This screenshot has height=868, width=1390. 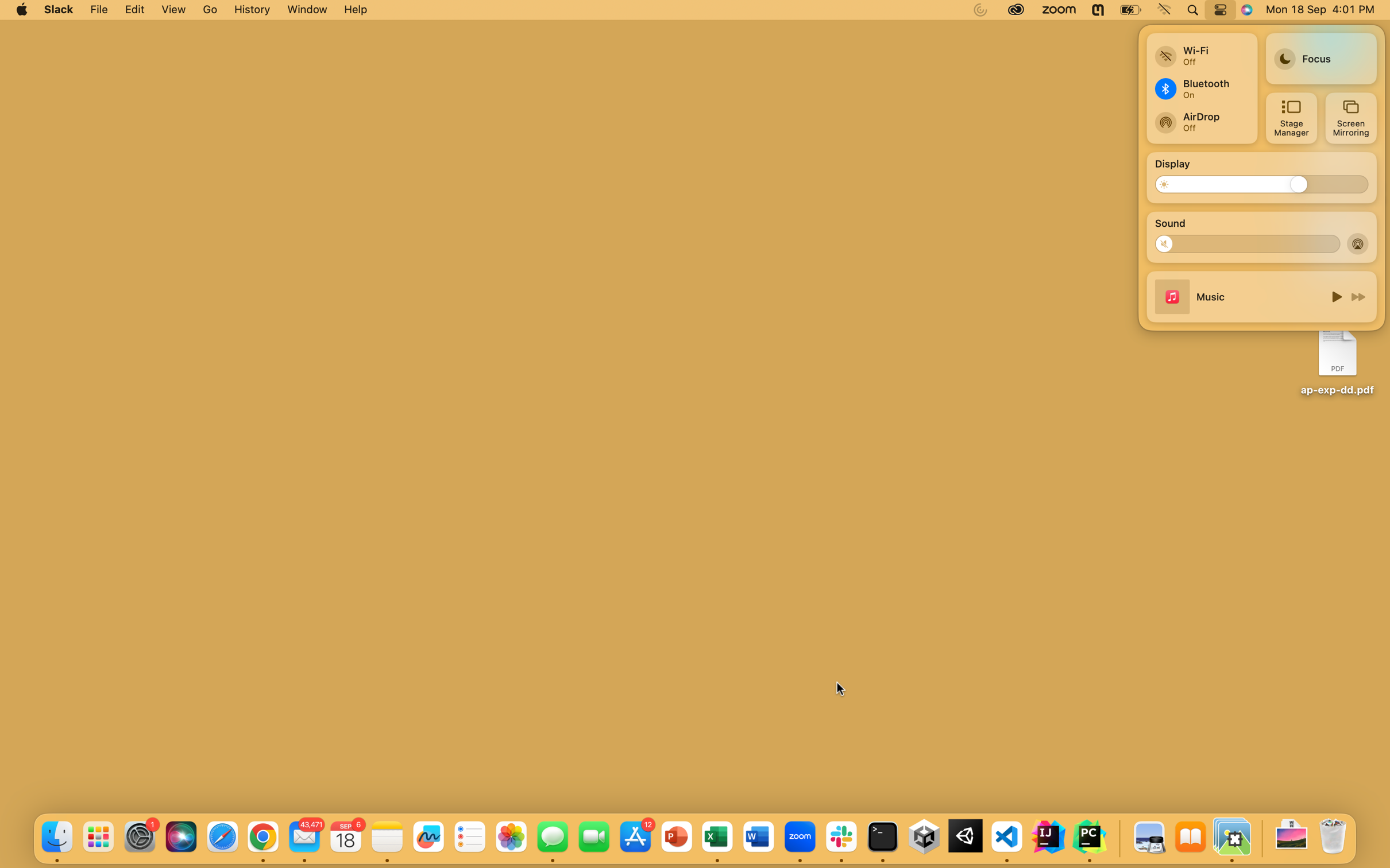 What do you see at coordinates (1170, 183) in the screenshot?
I see `the brightness of the screen` at bounding box center [1170, 183].